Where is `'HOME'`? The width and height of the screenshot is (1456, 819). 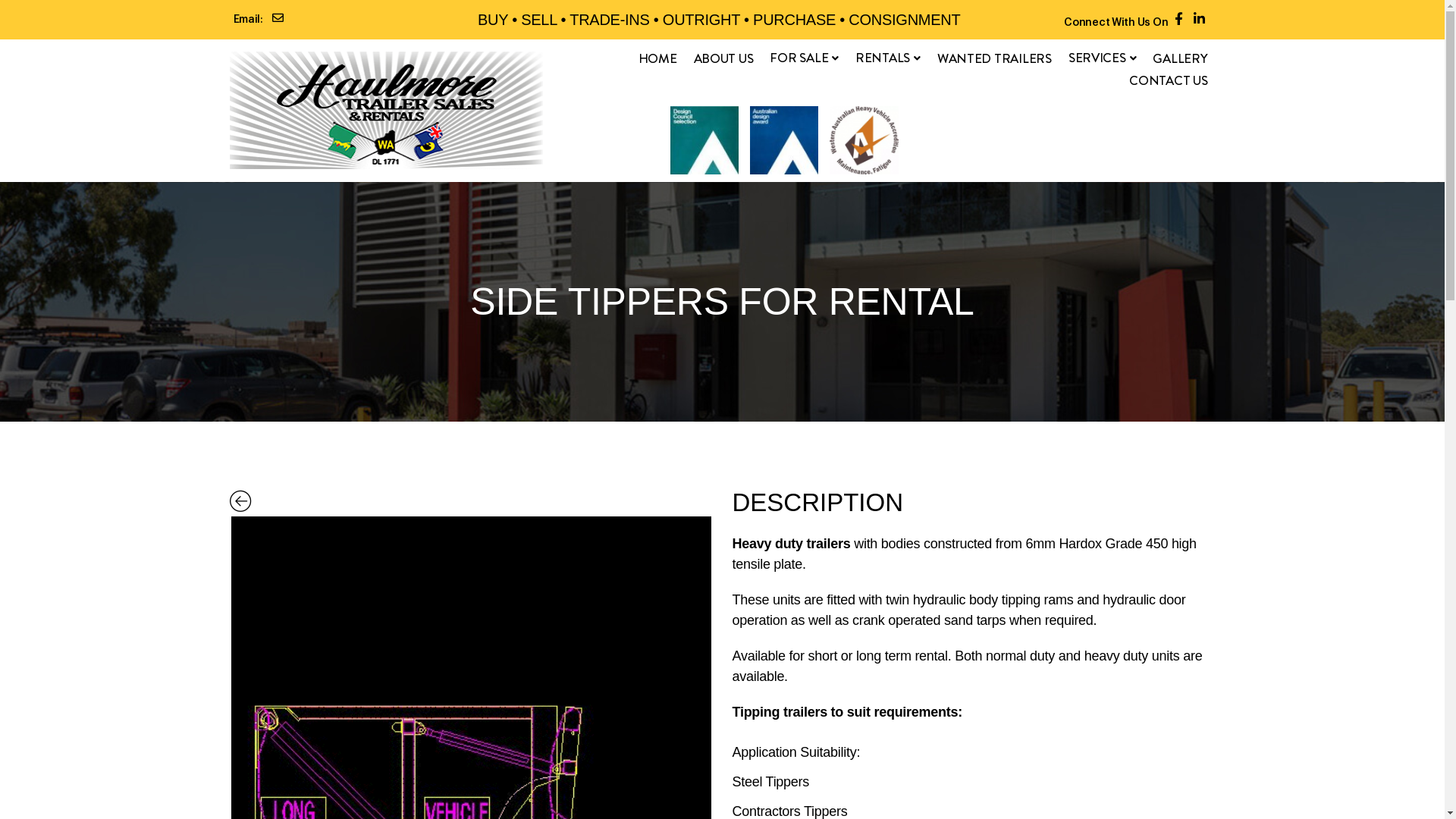
'HOME' is located at coordinates (638, 58).